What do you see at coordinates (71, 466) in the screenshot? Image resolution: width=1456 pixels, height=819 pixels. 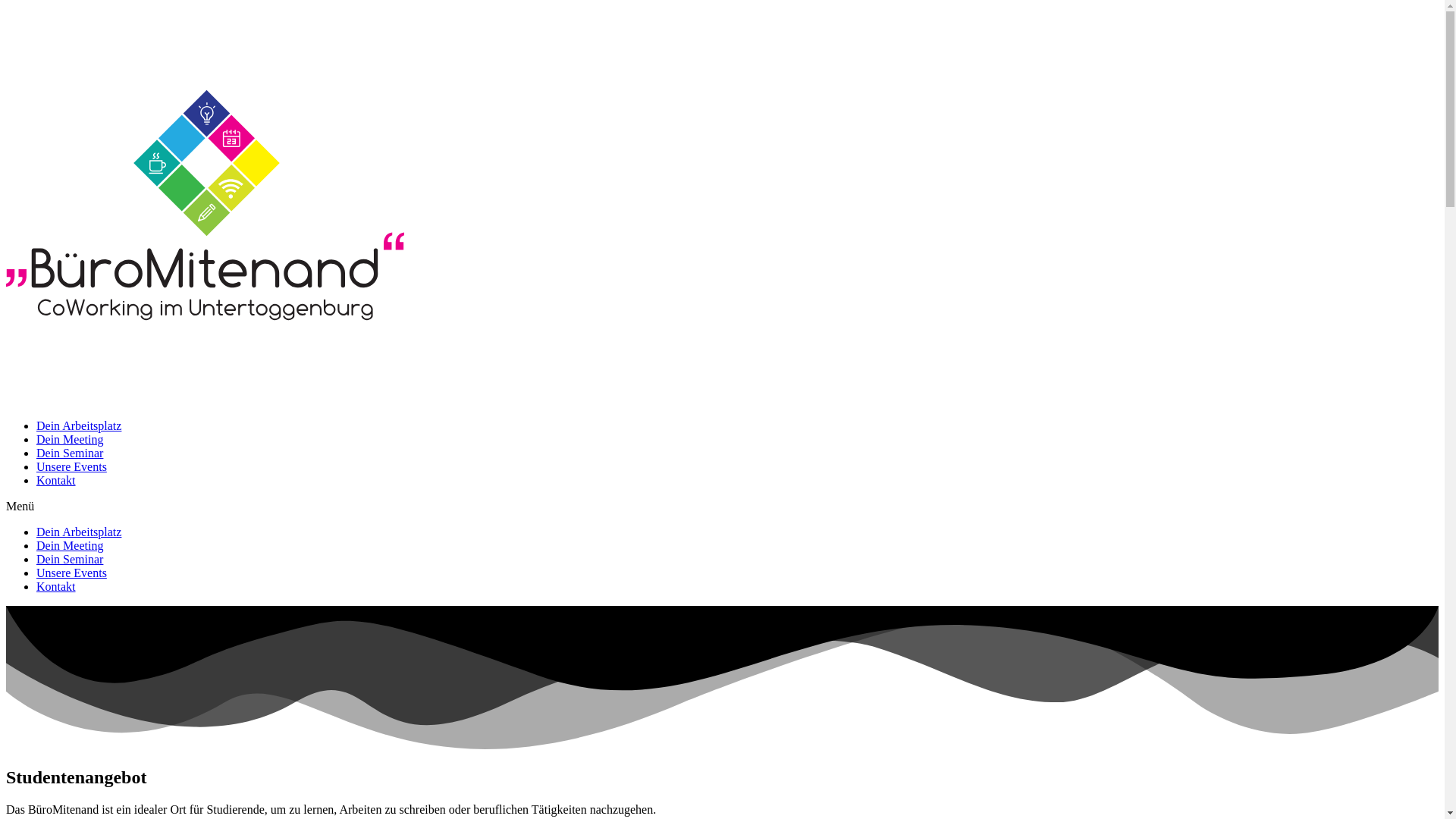 I see `'Unsere Events'` at bounding box center [71, 466].